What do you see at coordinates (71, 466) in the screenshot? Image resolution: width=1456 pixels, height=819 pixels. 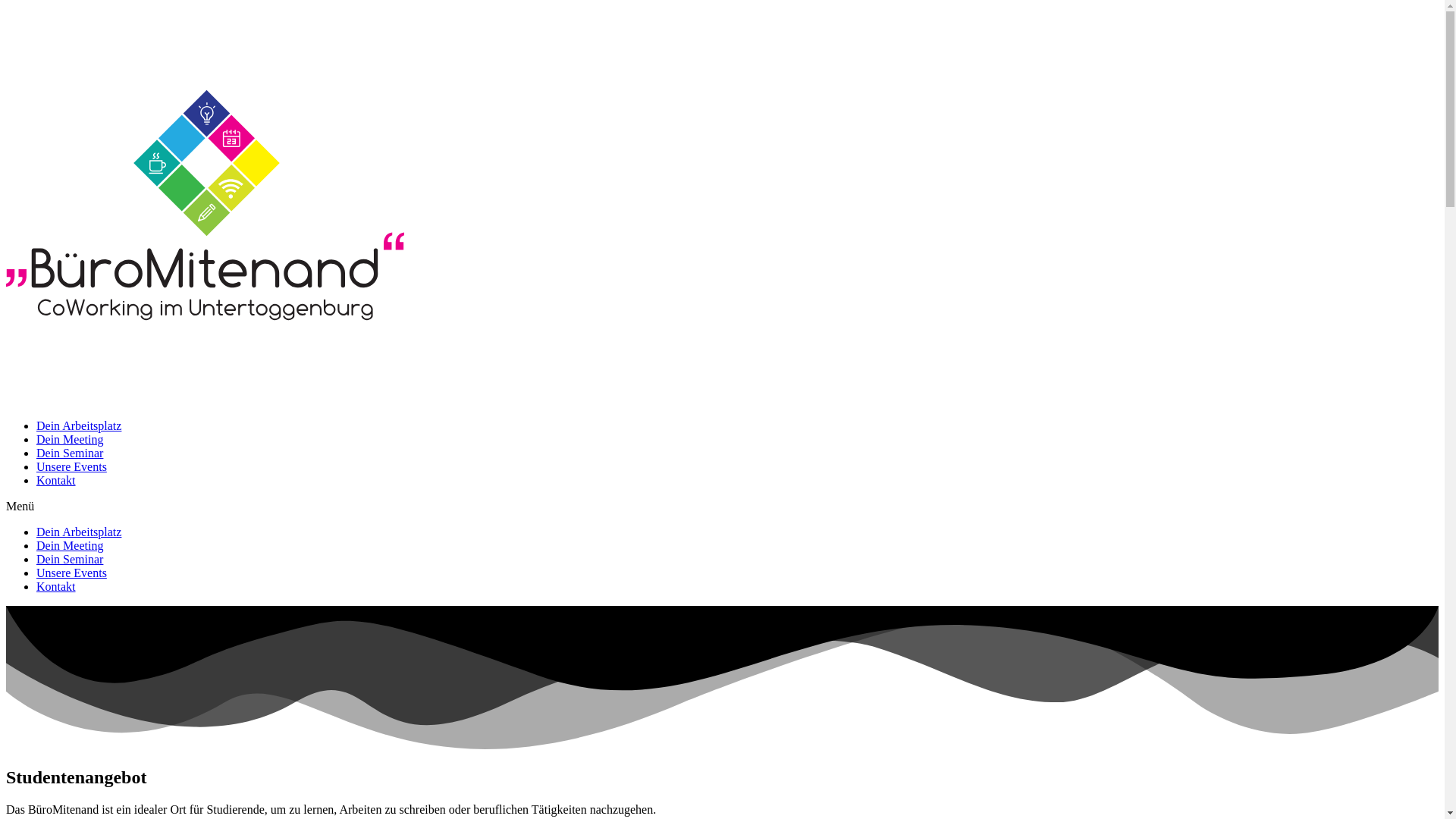 I see `'Unsere Events'` at bounding box center [71, 466].